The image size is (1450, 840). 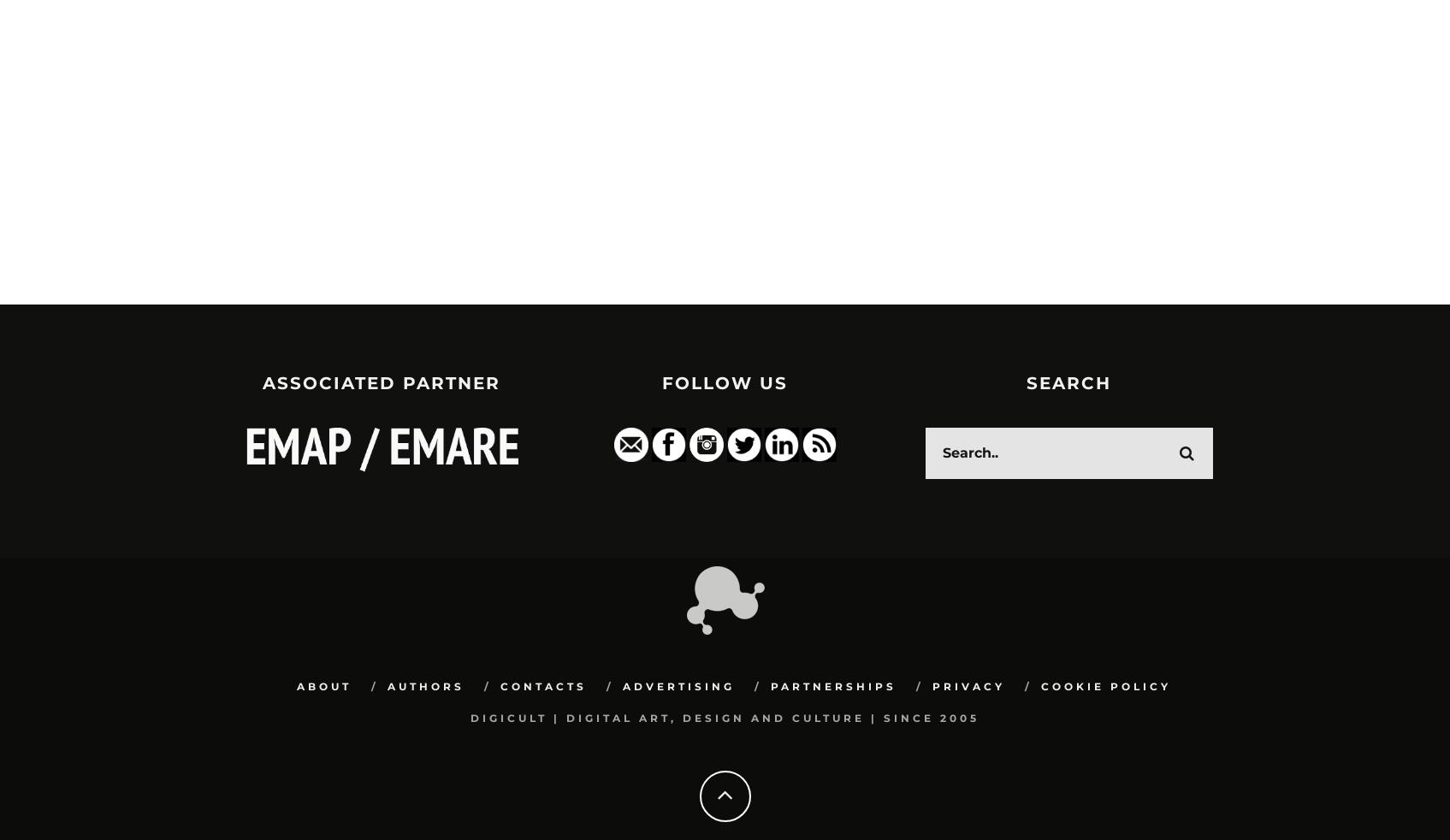 What do you see at coordinates (322, 687) in the screenshot?
I see `'About'` at bounding box center [322, 687].